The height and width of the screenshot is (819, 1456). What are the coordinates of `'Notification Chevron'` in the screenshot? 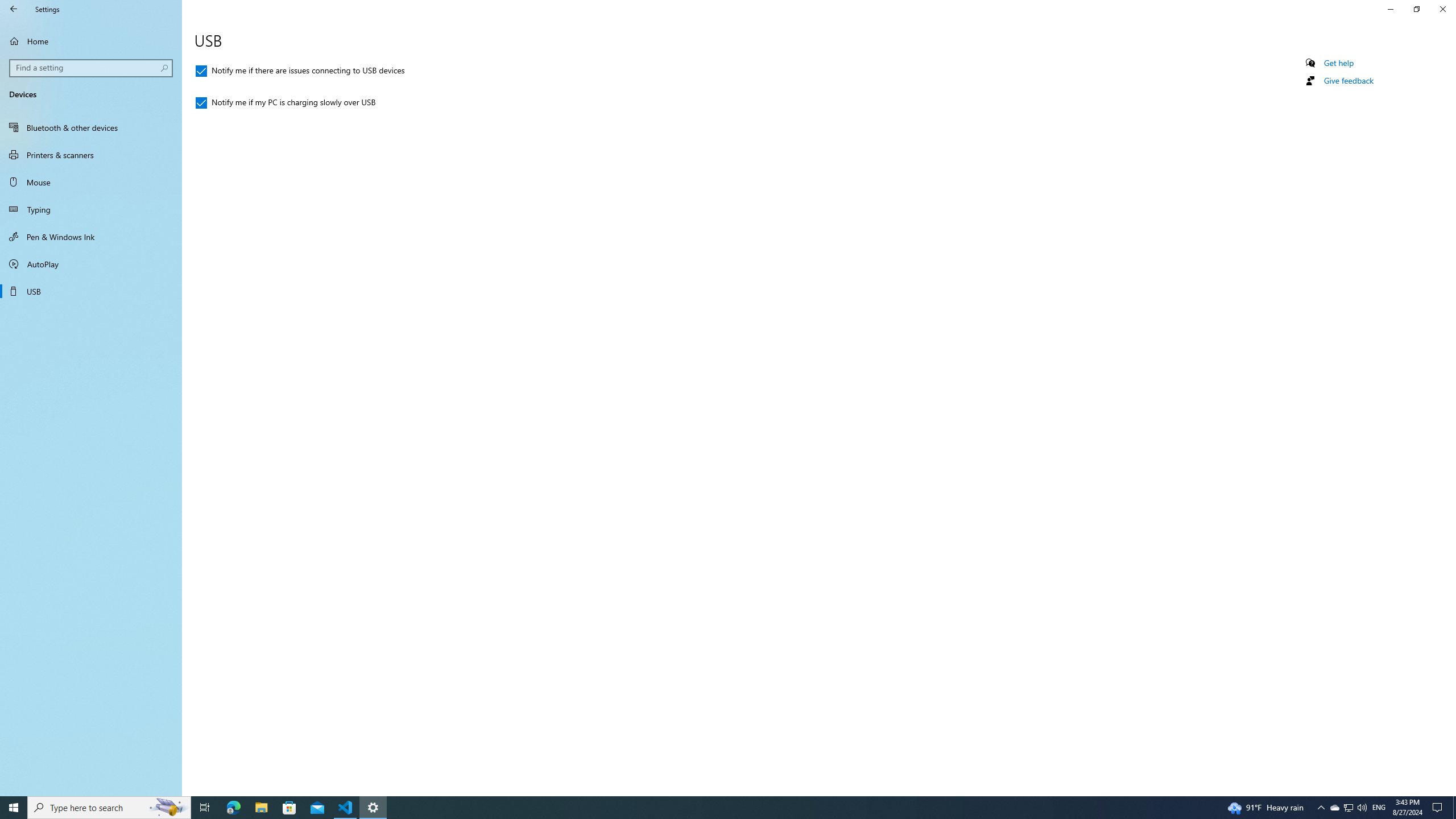 It's located at (1321, 806).